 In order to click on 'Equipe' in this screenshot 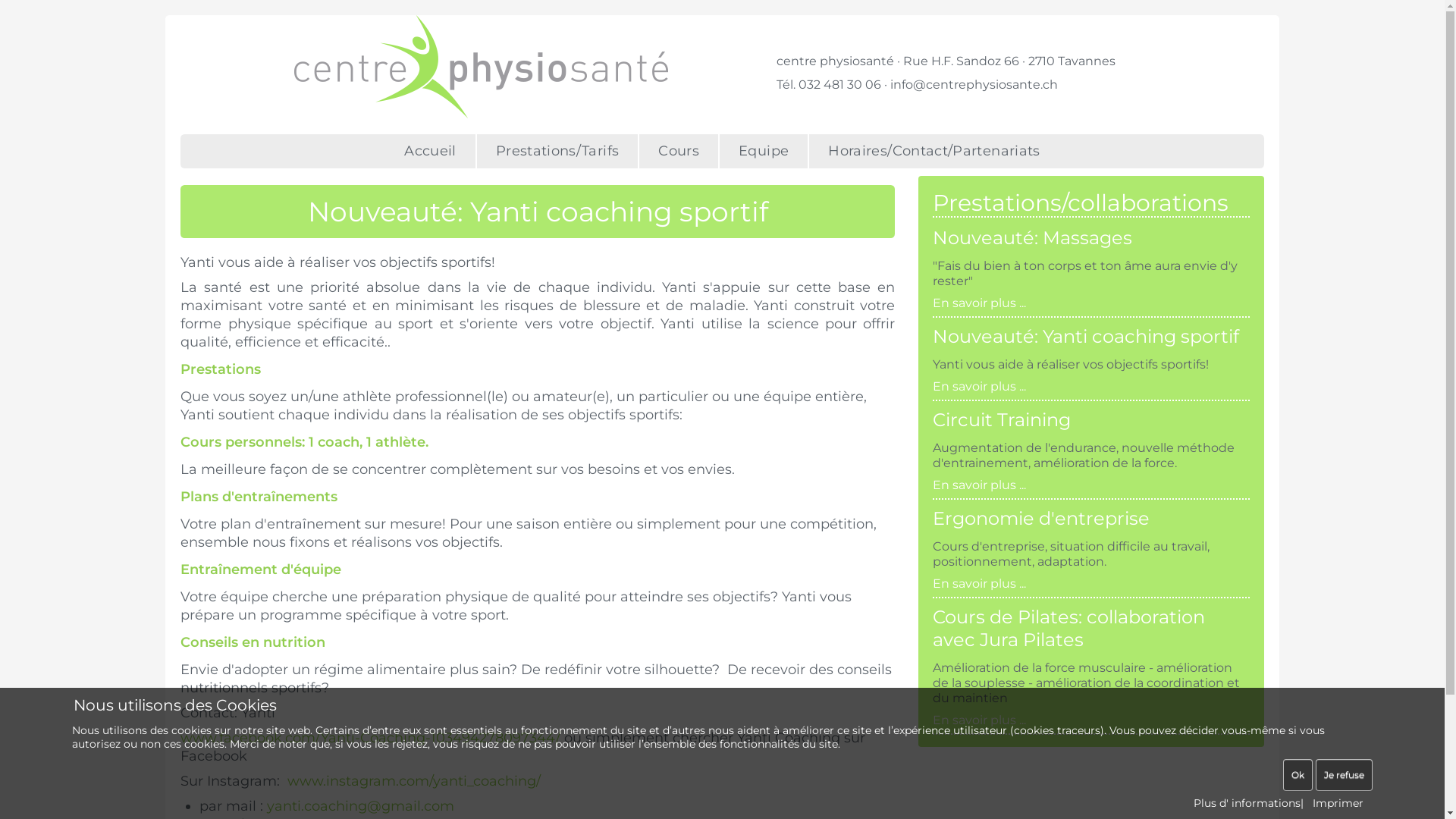, I will do `click(764, 151)`.